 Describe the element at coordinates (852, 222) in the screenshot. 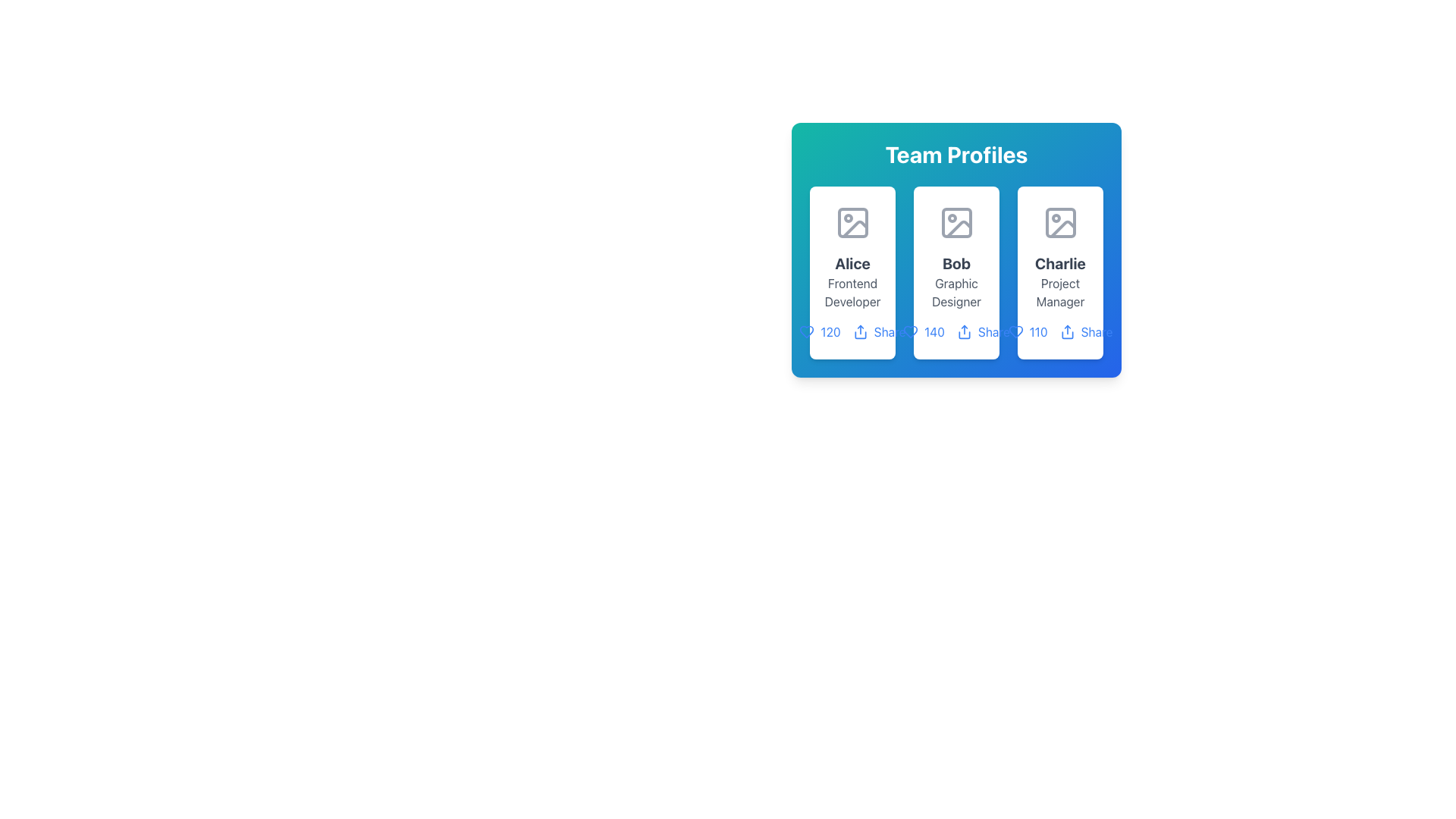

I see `the Decorative SVG rectangle located in the top-left part of the profile card labeled 'Alice'` at that location.